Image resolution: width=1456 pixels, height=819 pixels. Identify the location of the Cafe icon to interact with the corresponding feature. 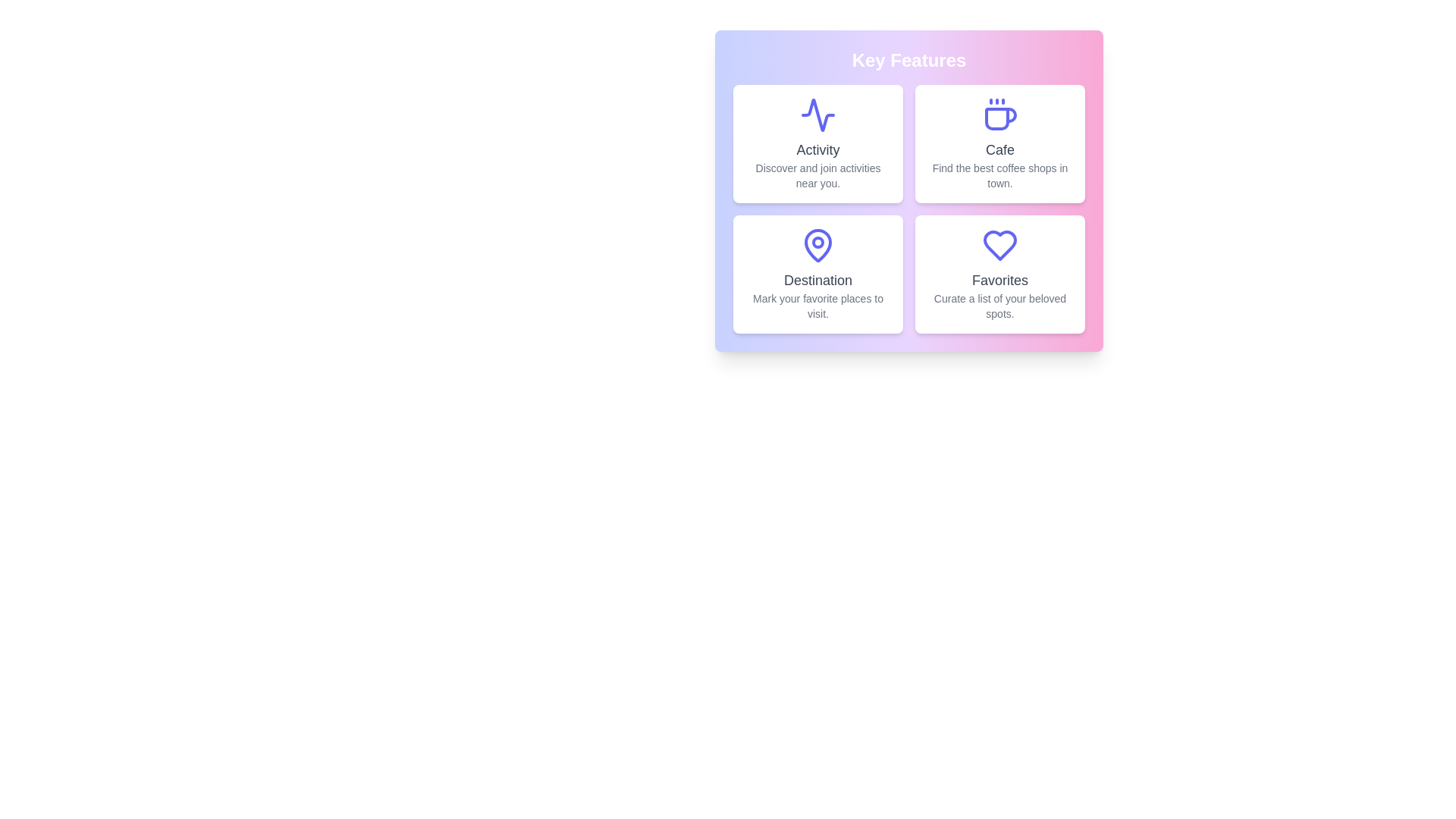
(1000, 114).